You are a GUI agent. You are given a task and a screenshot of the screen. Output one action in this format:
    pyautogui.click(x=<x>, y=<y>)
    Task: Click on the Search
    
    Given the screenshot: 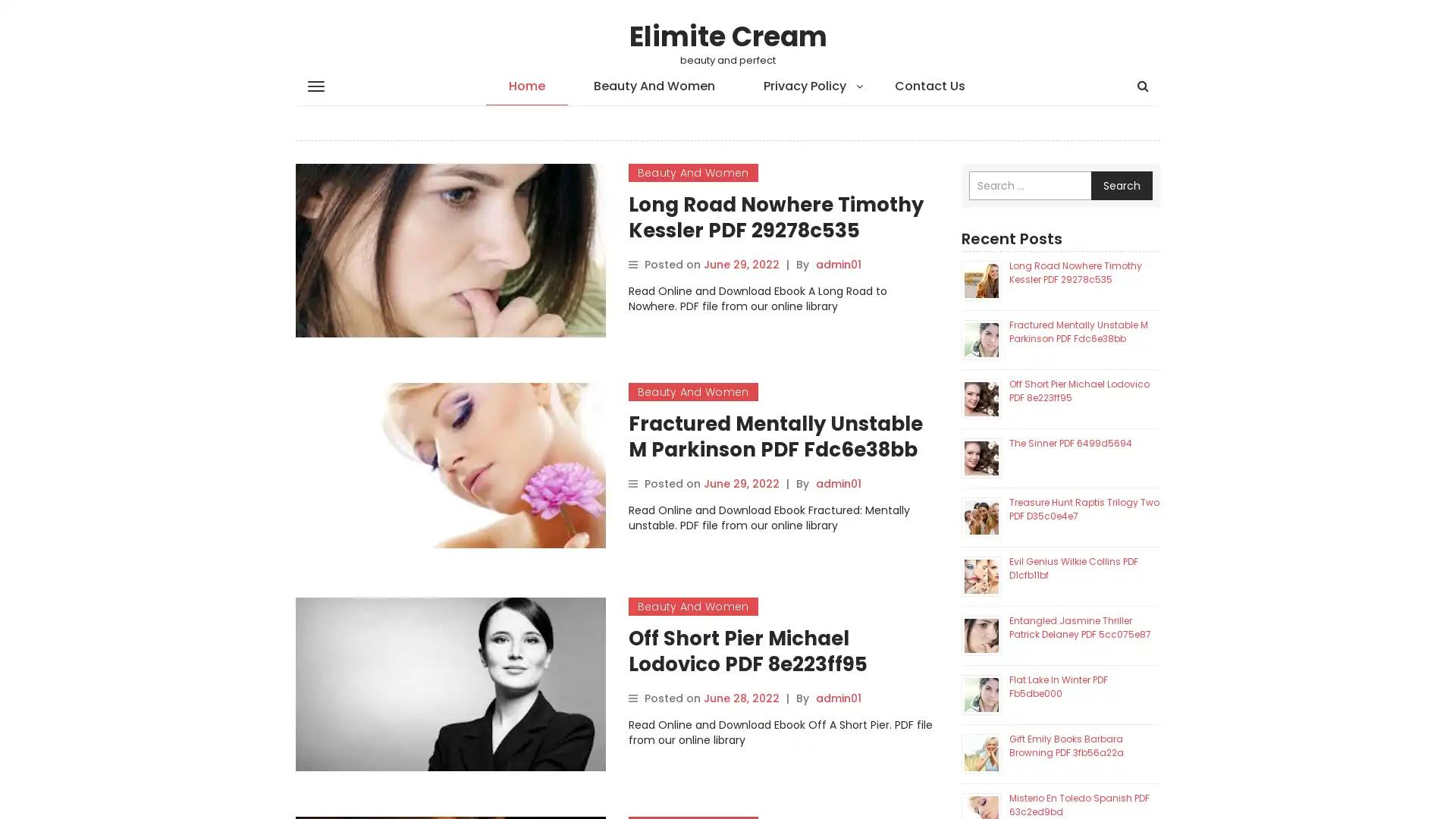 What is the action you would take?
    pyautogui.click(x=1122, y=185)
    